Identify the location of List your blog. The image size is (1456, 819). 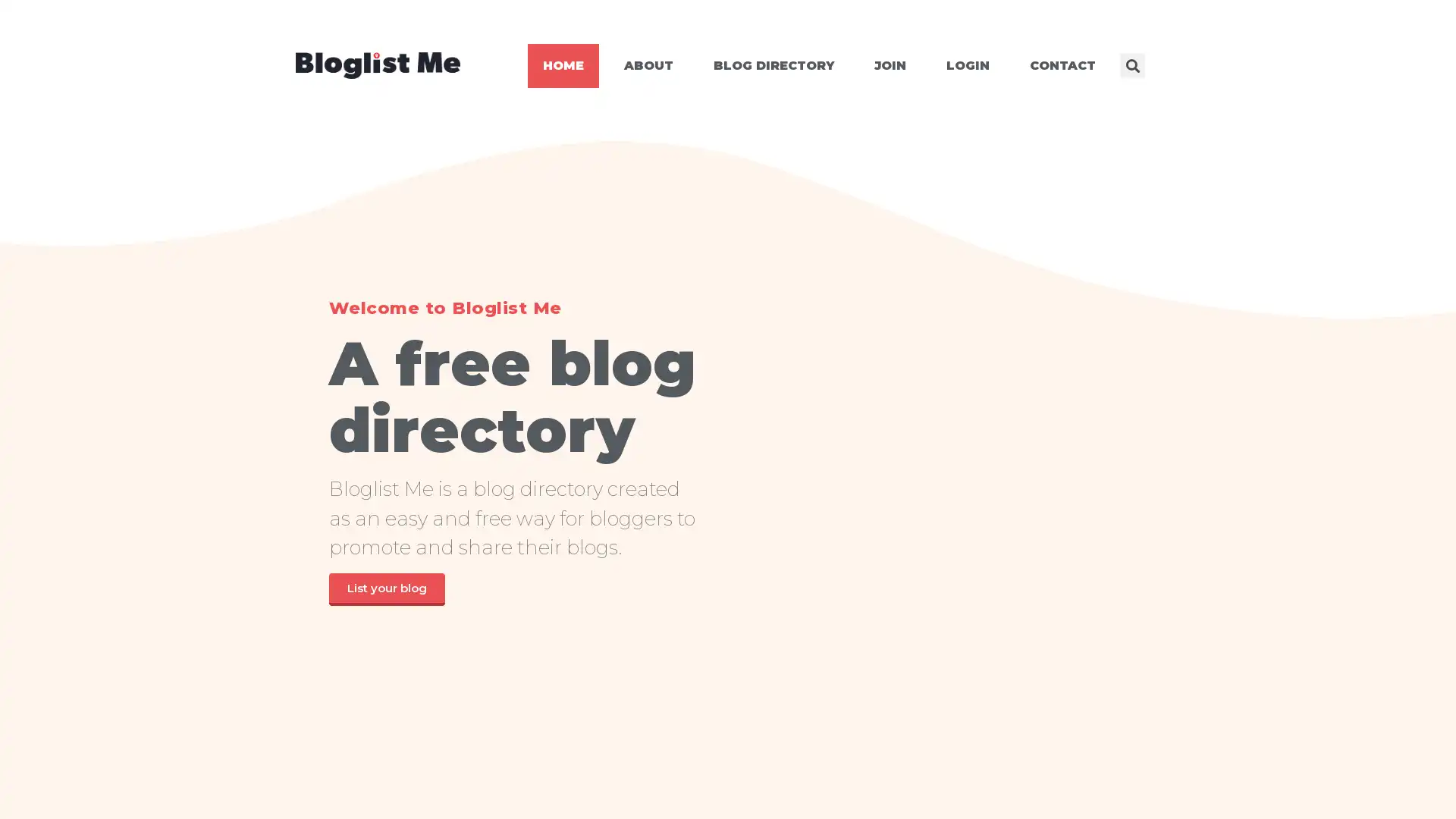
(386, 588).